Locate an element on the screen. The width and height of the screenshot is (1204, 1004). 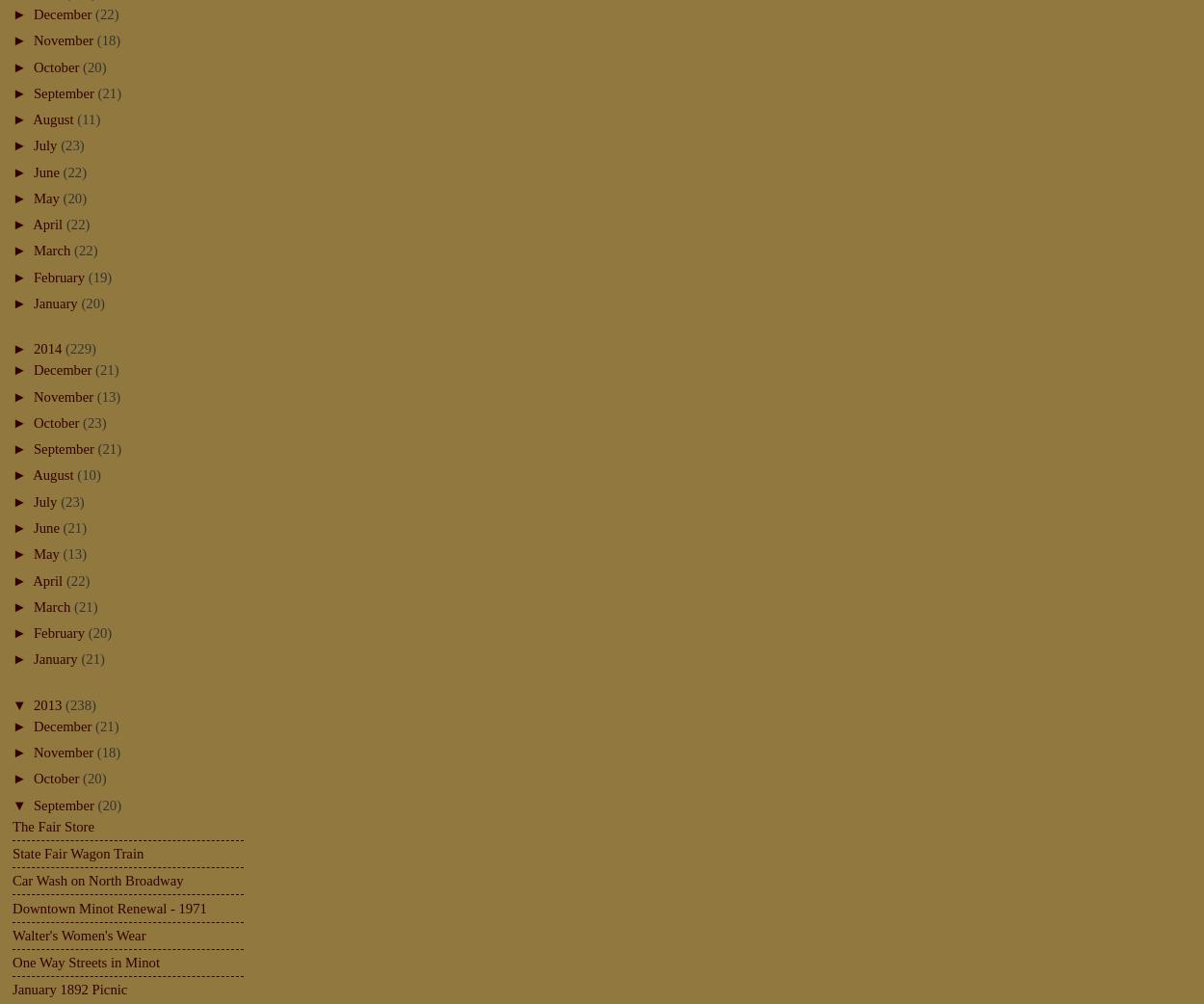
'(11)' is located at coordinates (88, 119).